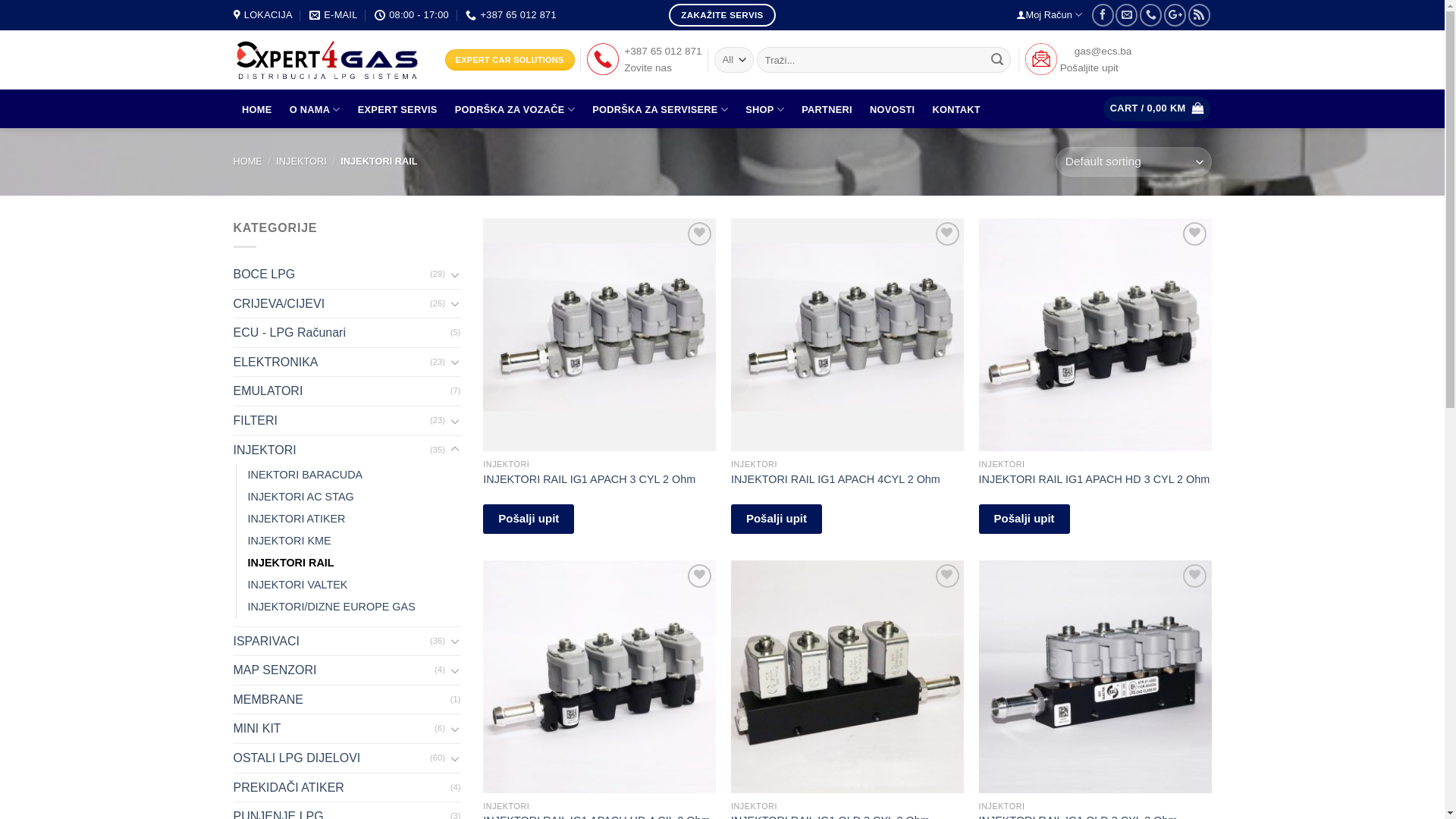 Image resolution: width=1456 pixels, height=819 pixels. I want to click on 'INJEKTORI VALTEK', so click(297, 584).